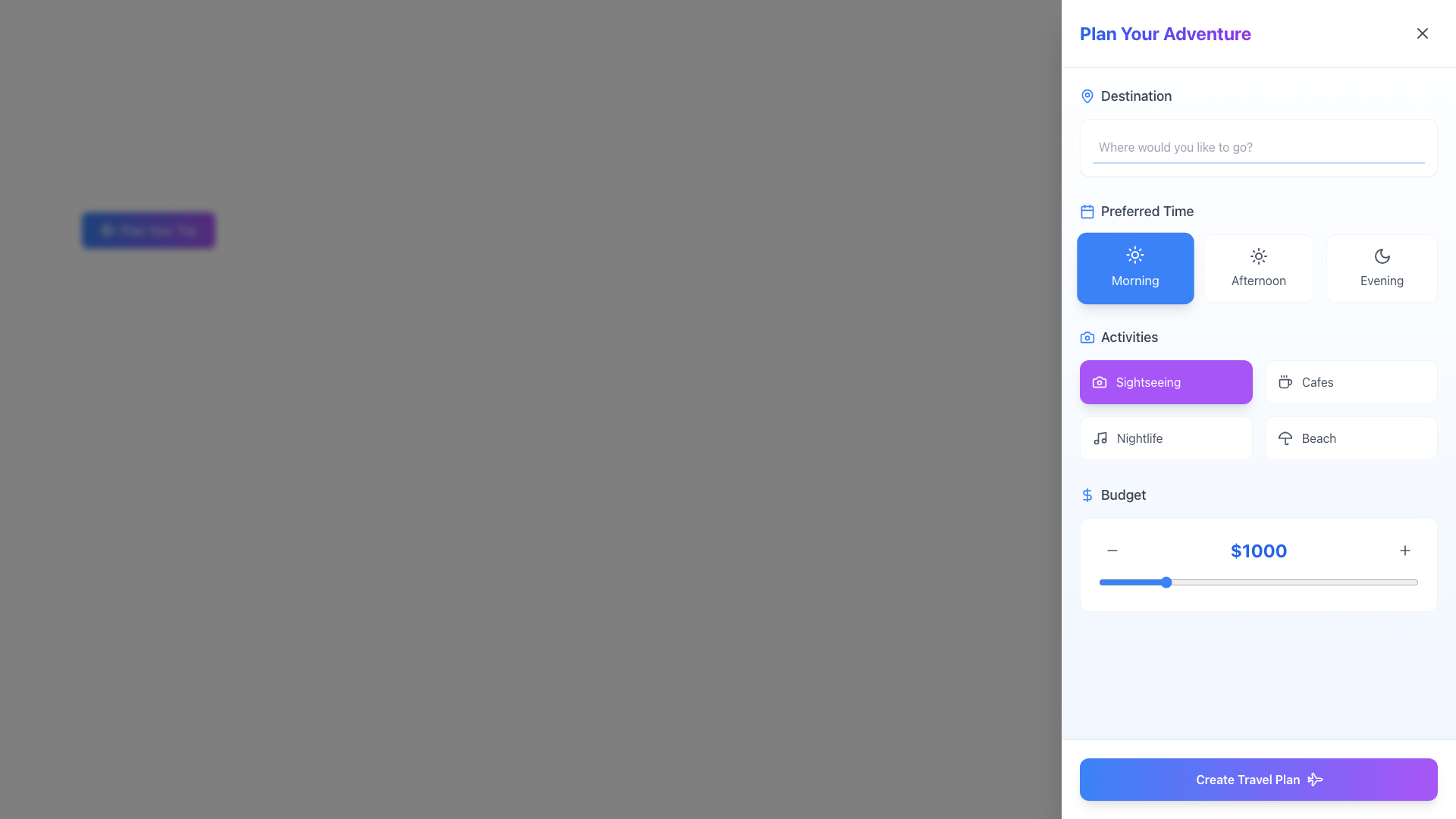 This screenshot has width=1456, height=819. What do you see at coordinates (1259, 550) in the screenshot?
I see `the static text label that displays the current budget value, which is centrally positioned between the decrement and increment buttons in the budget settings interface` at bounding box center [1259, 550].